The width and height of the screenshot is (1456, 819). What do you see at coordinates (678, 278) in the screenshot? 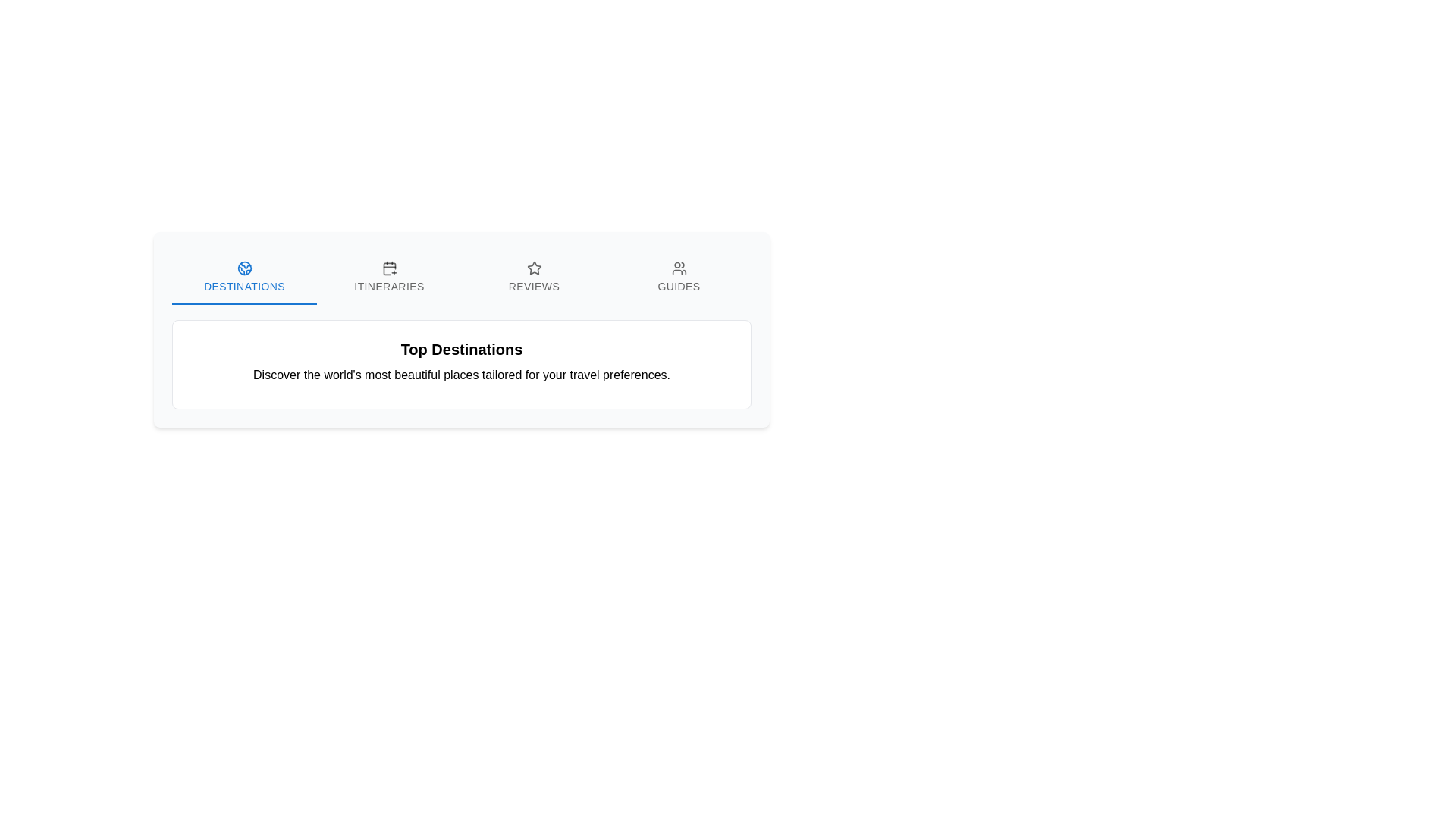
I see `the Tab button that navigates to the 'Guides' section` at bounding box center [678, 278].